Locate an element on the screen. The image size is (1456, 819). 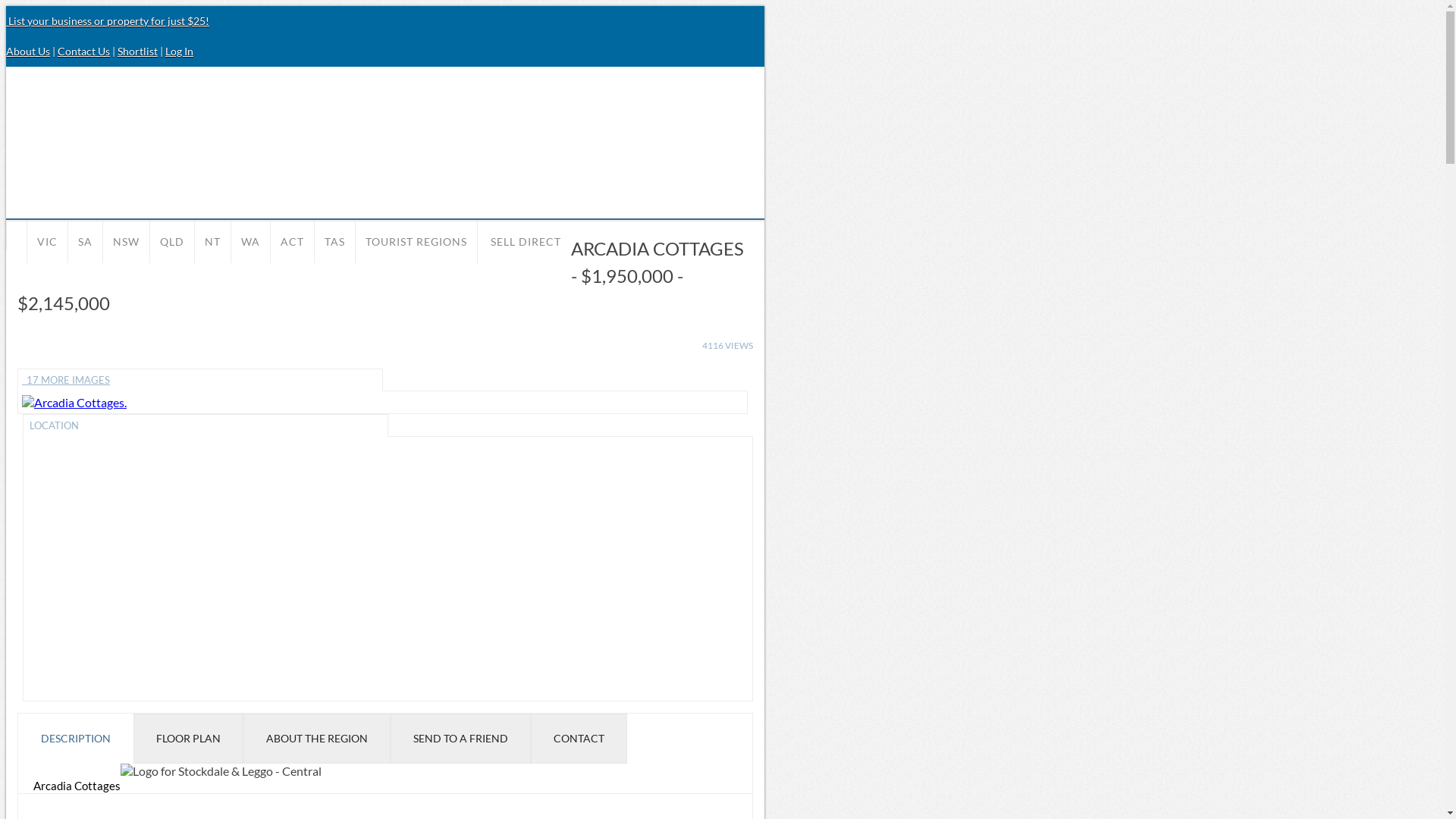
'Logo for Stockdale & Leggo - Central' is located at coordinates (220, 770).